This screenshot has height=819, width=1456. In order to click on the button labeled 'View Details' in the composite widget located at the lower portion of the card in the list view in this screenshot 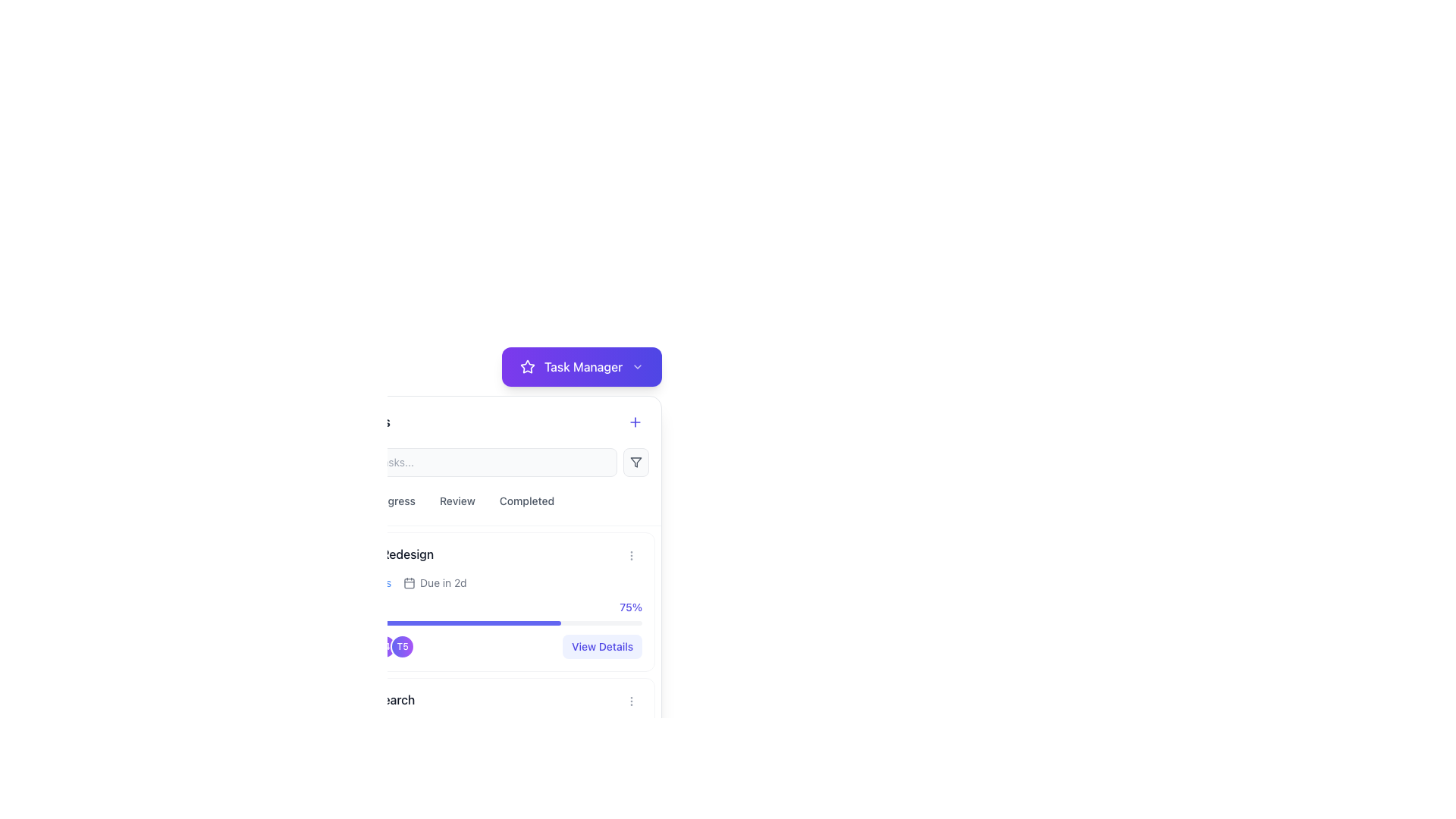, I will do `click(479, 646)`.